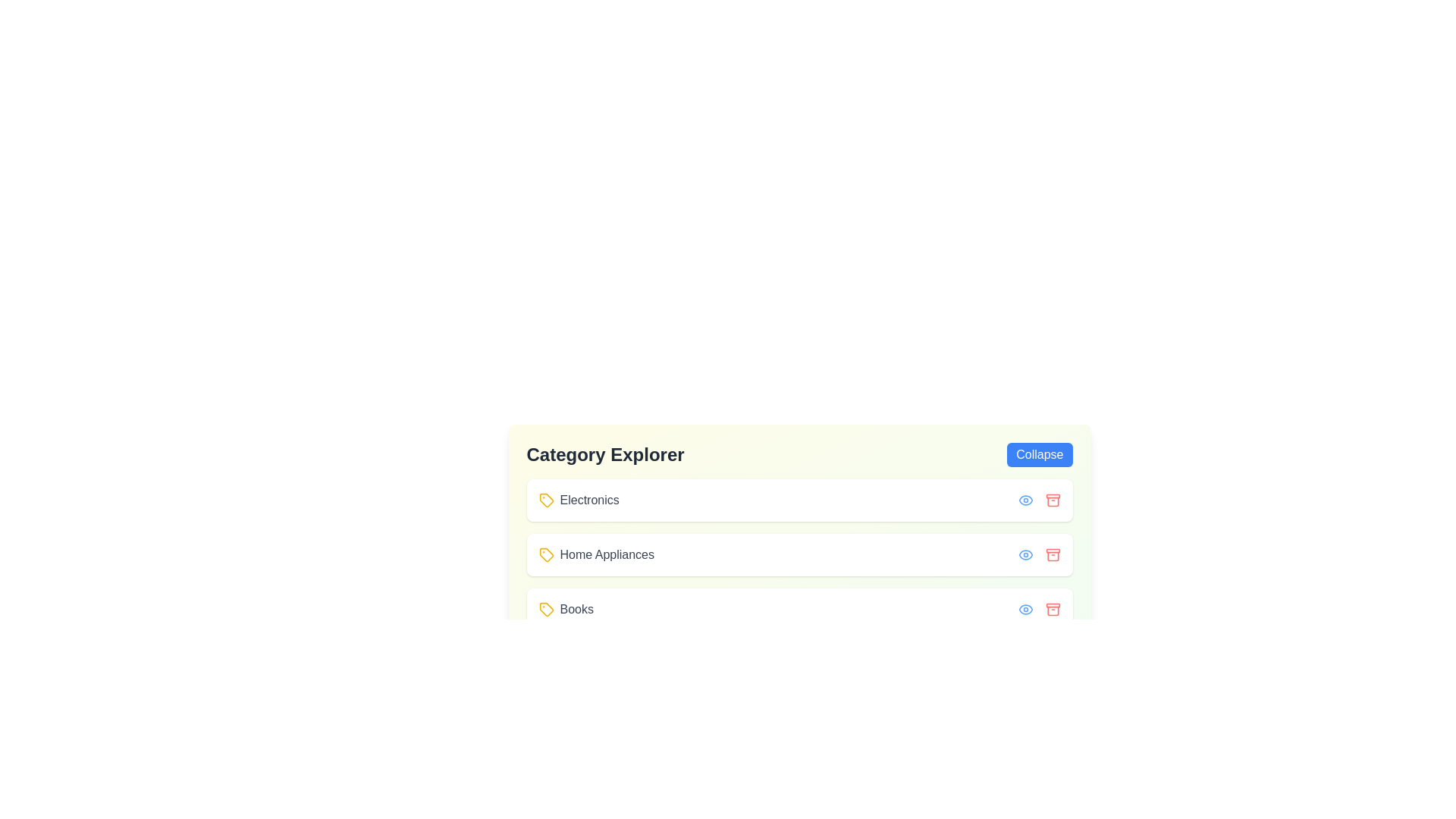  I want to click on the eye icon in the 'Category Explorer' section, so click(1025, 608).